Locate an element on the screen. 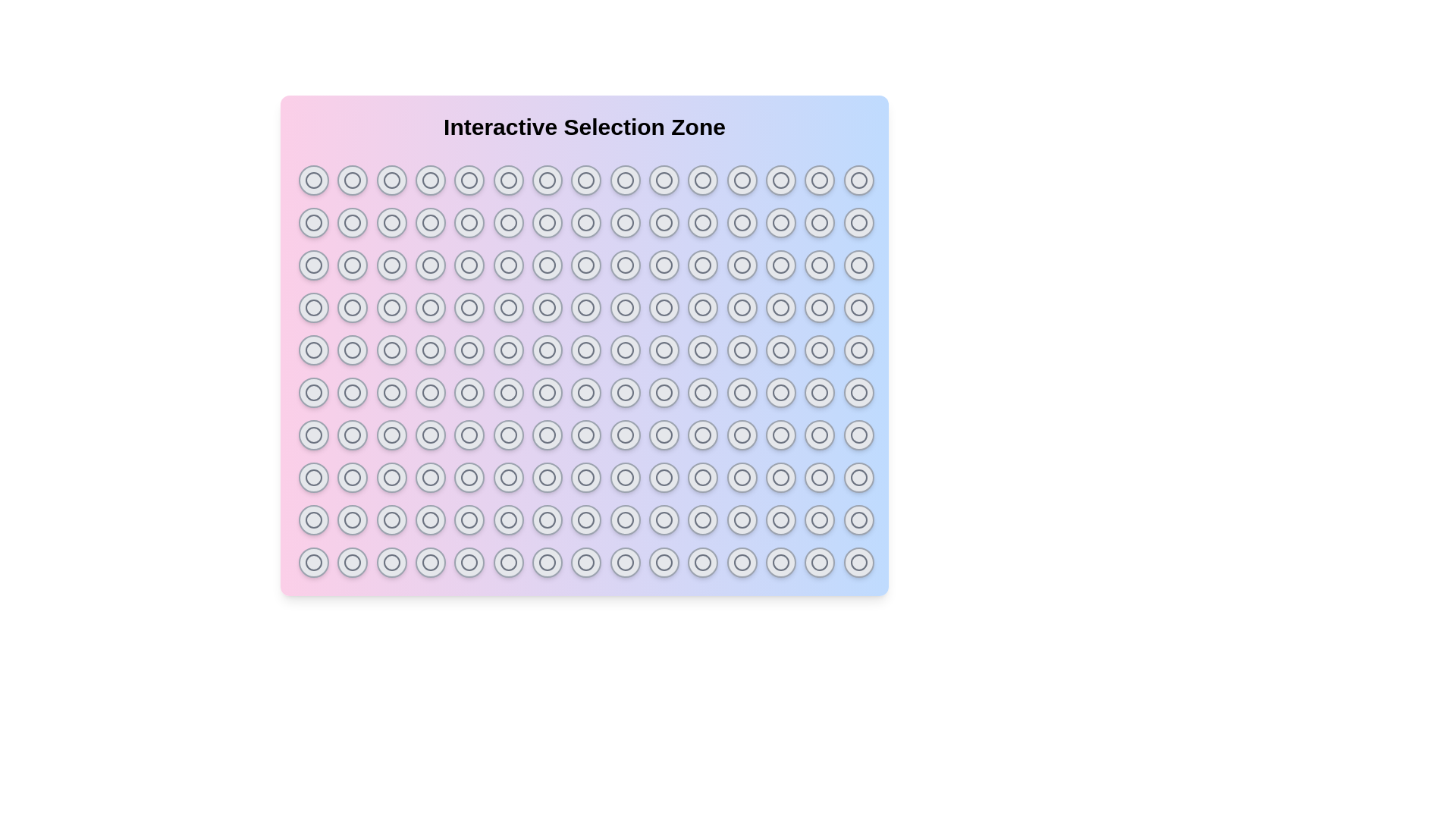  the title of the component, which is located at the center of the component is located at coordinates (584, 127).